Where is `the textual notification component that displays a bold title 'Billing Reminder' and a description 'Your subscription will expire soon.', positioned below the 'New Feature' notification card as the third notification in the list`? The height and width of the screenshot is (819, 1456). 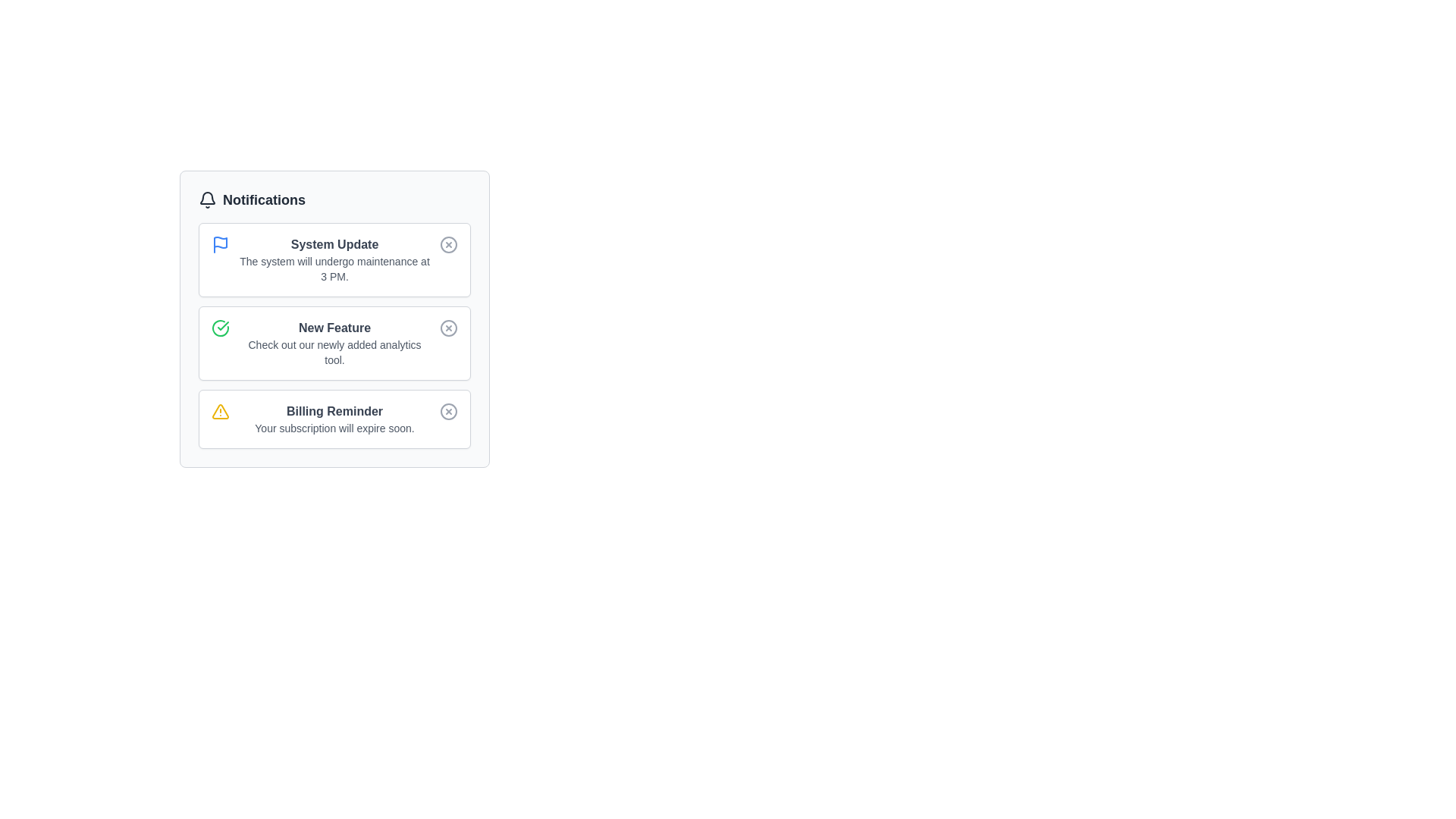
the textual notification component that displays a bold title 'Billing Reminder' and a description 'Your subscription will expire soon.', positioned below the 'New Feature' notification card as the third notification in the list is located at coordinates (334, 419).